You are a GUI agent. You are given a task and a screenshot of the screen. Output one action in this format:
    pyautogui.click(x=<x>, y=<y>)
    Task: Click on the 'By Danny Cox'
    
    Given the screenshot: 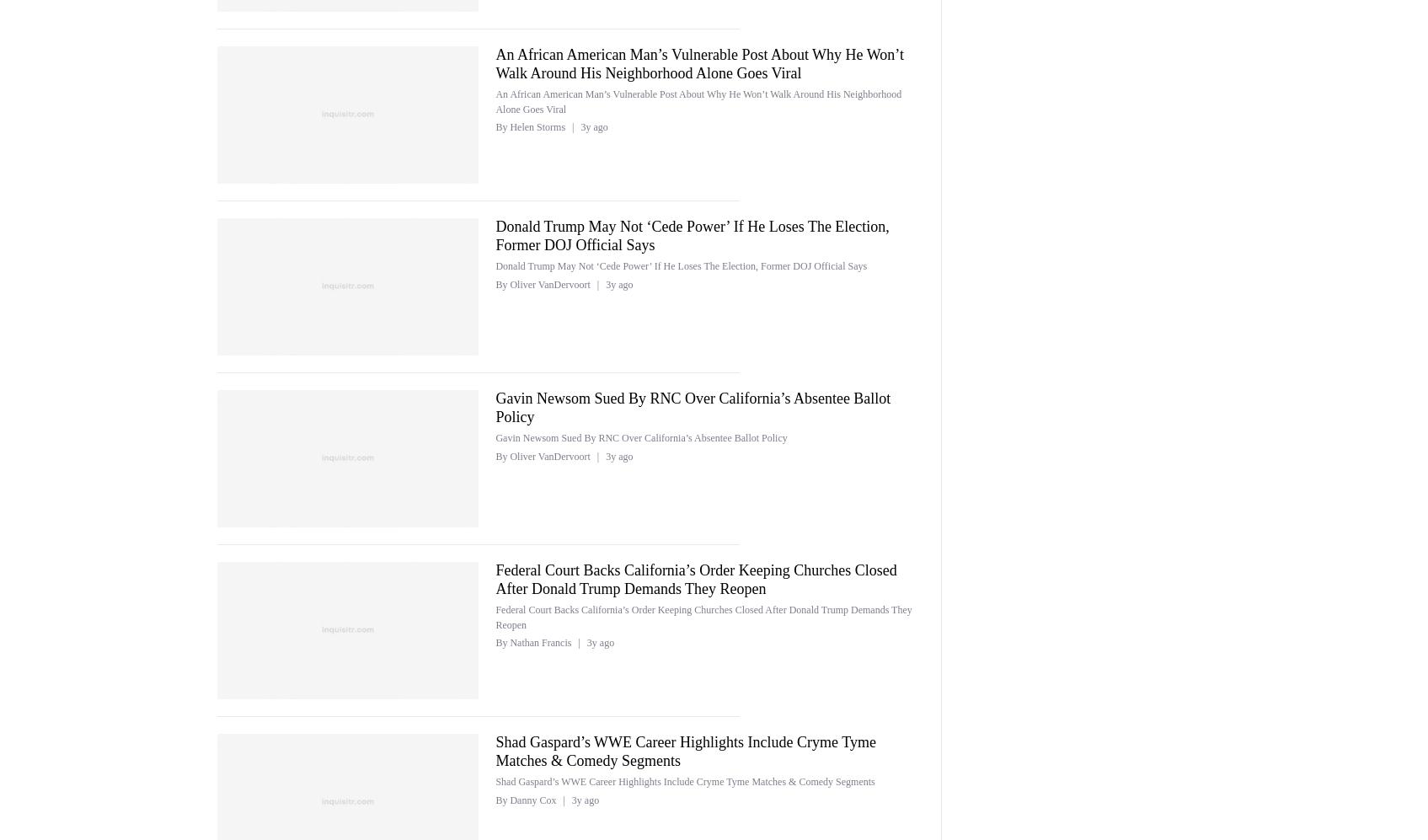 What is the action you would take?
    pyautogui.click(x=526, y=800)
    